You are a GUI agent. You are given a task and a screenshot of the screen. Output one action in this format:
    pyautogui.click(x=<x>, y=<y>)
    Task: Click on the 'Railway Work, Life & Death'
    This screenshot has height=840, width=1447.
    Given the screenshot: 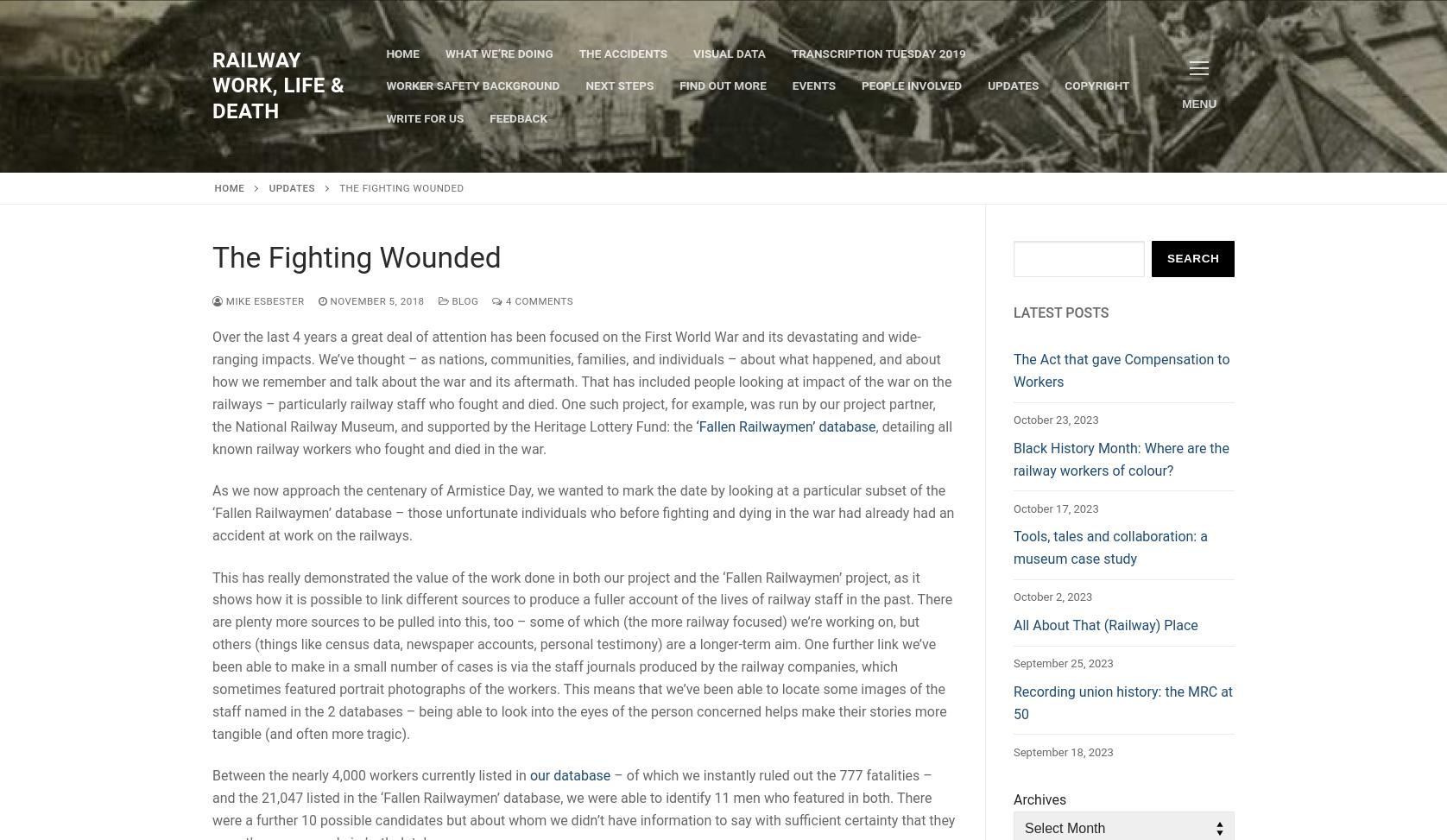 What is the action you would take?
    pyautogui.click(x=277, y=84)
    